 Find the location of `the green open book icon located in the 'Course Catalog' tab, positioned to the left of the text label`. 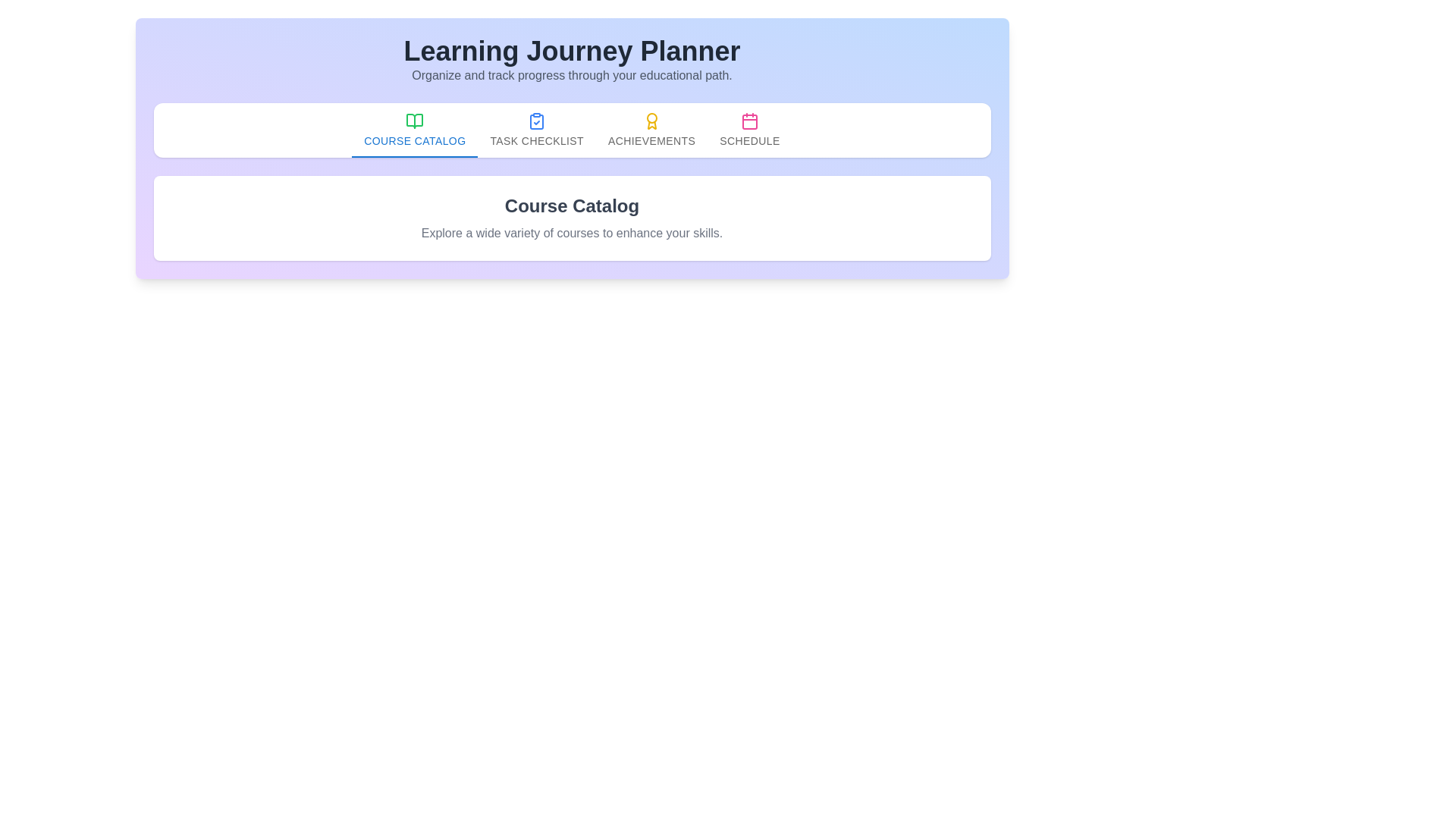

the green open book icon located in the 'Course Catalog' tab, positioned to the left of the text label is located at coordinates (415, 121).